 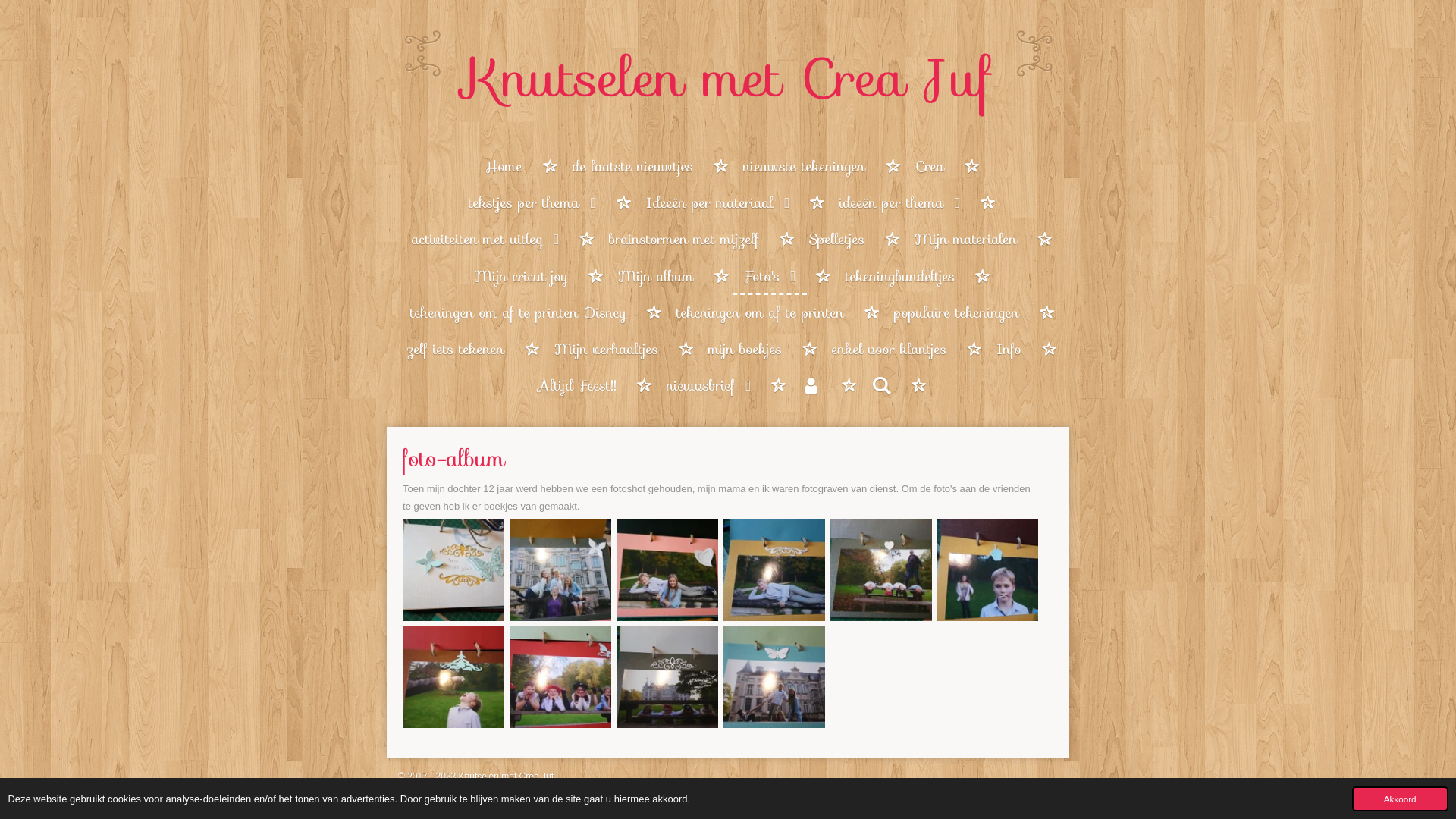 I want to click on 'enkel voor klantjes', so click(x=889, y=350).